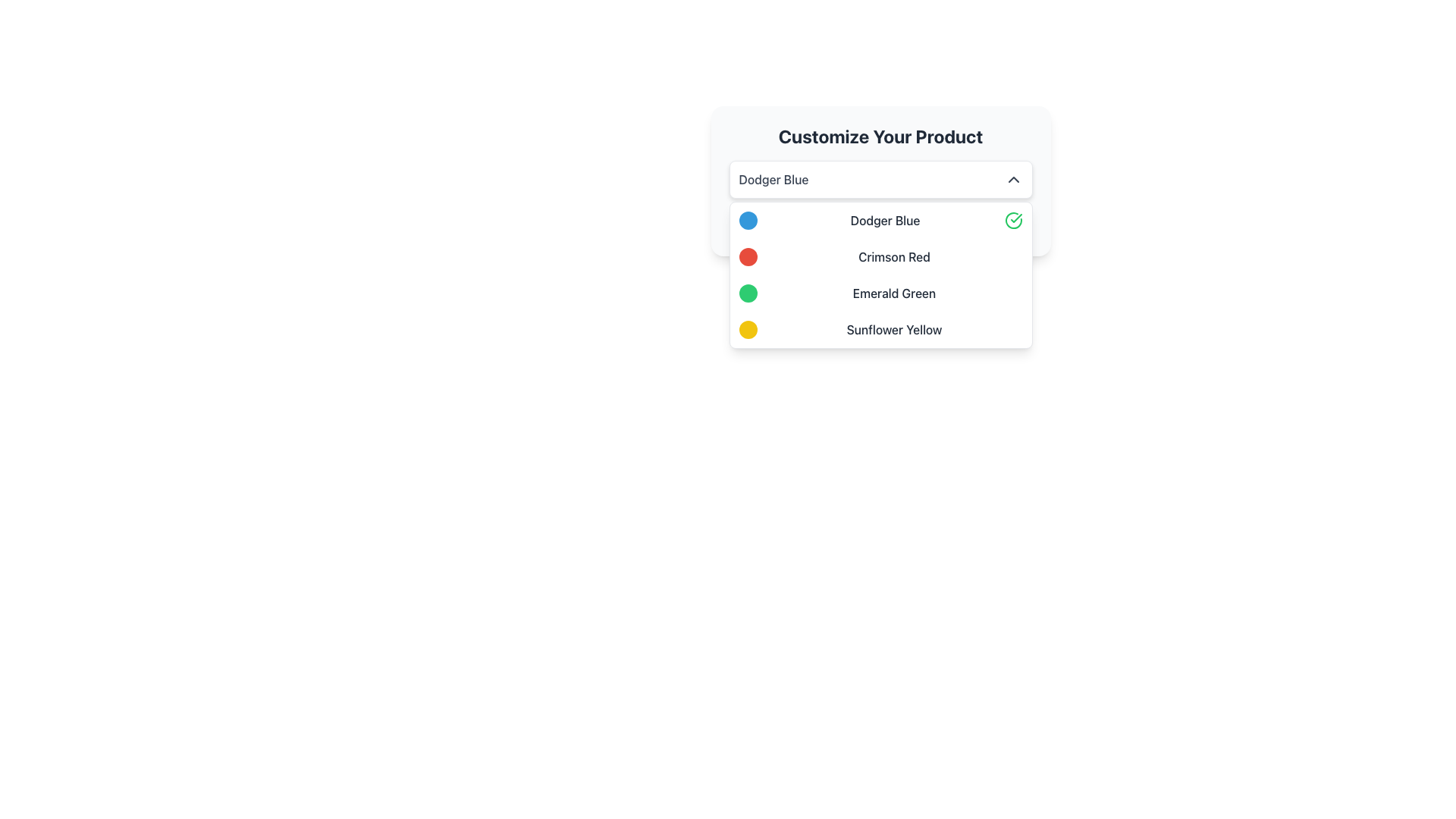 This screenshot has height=819, width=1456. Describe the element at coordinates (748, 220) in the screenshot. I see `the Color indicator that visually represents 'Dodger Blue' in the color selection interface, positioned at the far left adjacent to the text 'Dodger Blue'` at that location.